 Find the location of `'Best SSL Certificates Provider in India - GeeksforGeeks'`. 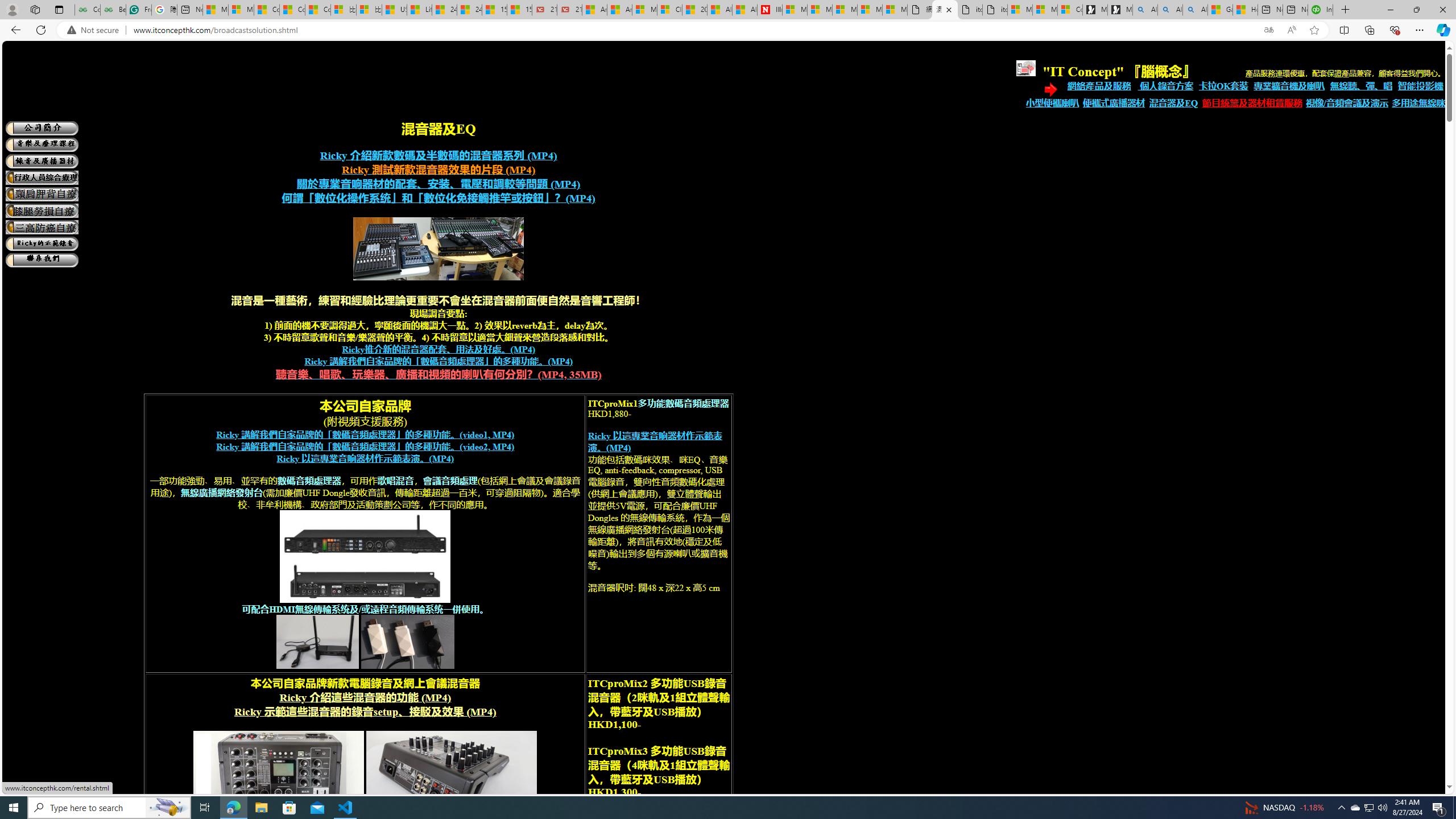

'Best SSL Certificates Provider in India - GeeksforGeeks' is located at coordinates (113, 9).